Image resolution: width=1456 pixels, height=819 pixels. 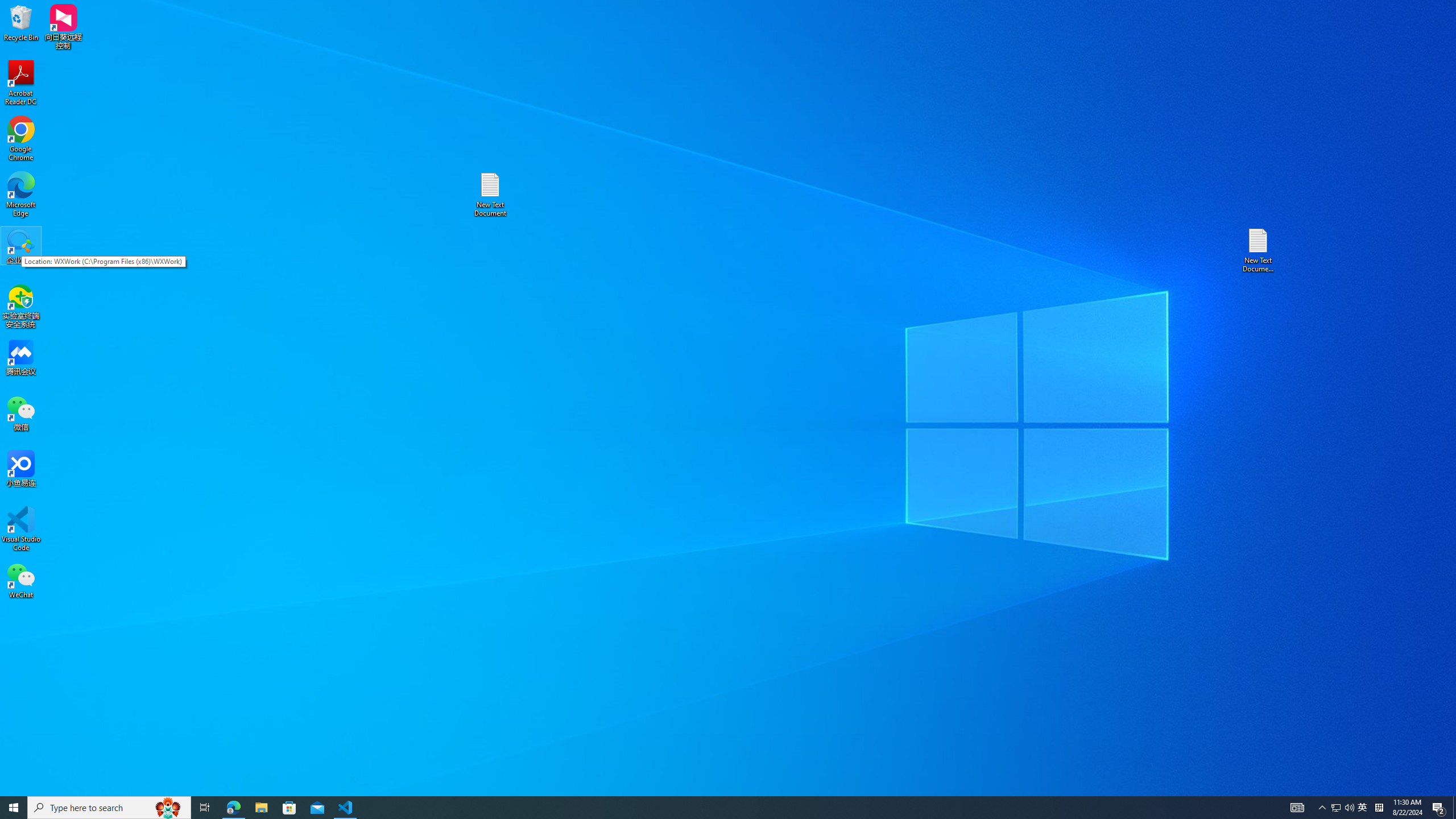 What do you see at coordinates (167, 806) in the screenshot?
I see `'Search highlights icon opens search home window'` at bounding box center [167, 806].